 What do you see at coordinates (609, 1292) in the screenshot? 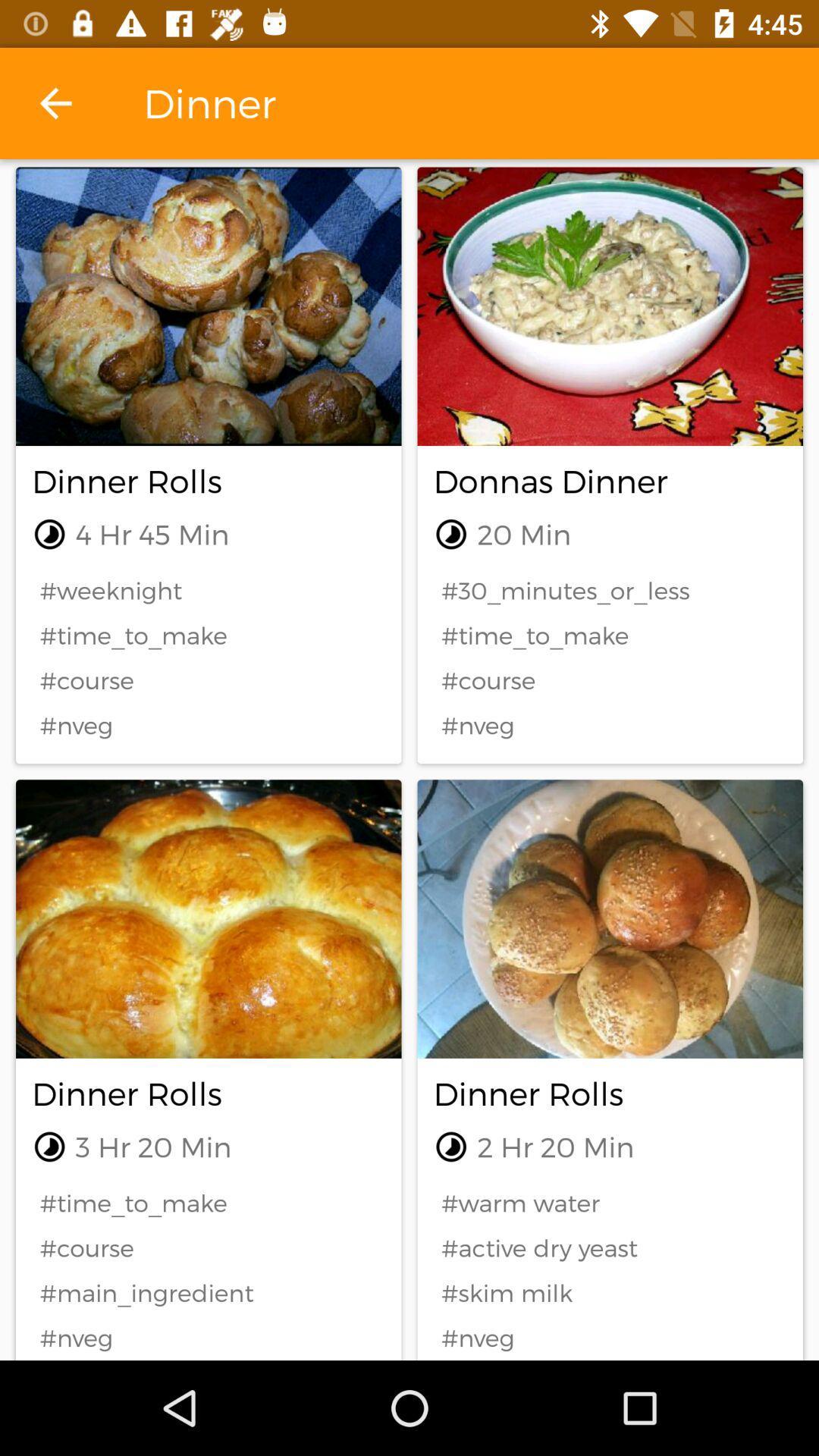
I see `the item to the right of the #course` at bounding box center [609, 1292].